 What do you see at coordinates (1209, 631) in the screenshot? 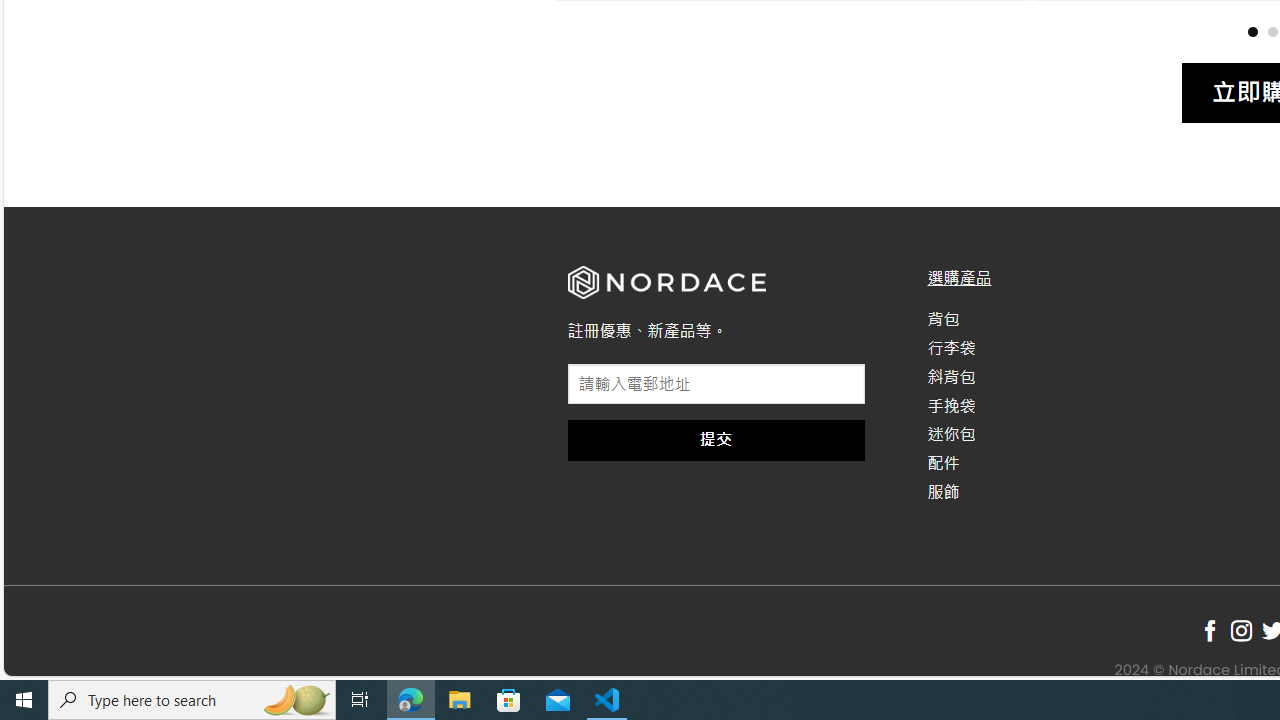
I see `'Follow on Facebook'` at bounding box center [1209, 631].